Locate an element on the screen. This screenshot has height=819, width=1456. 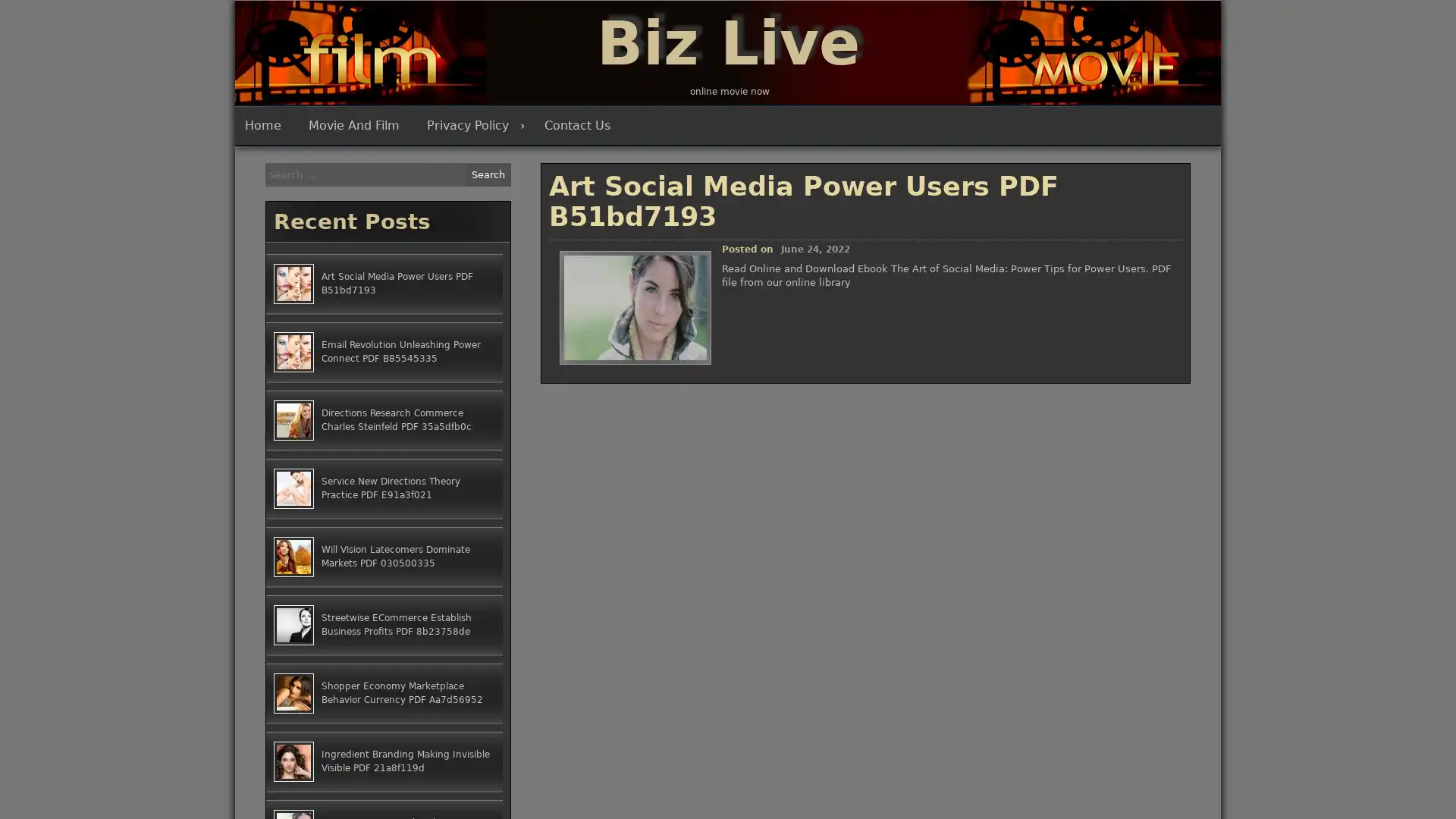
Search is located at coordinates (488, 174).